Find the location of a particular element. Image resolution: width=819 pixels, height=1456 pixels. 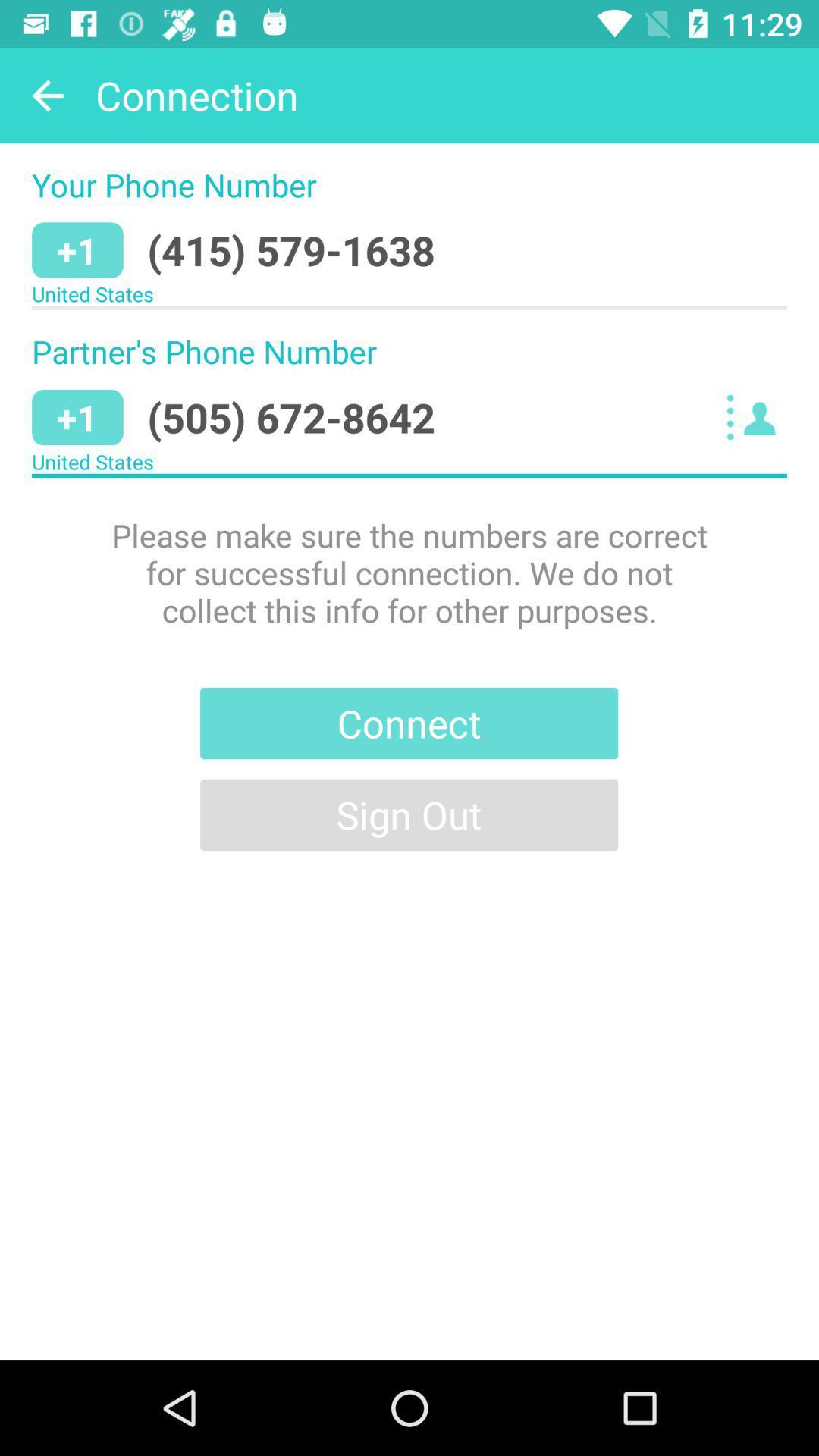

the item next to the +1 icon is located at coordinates (291, 250).